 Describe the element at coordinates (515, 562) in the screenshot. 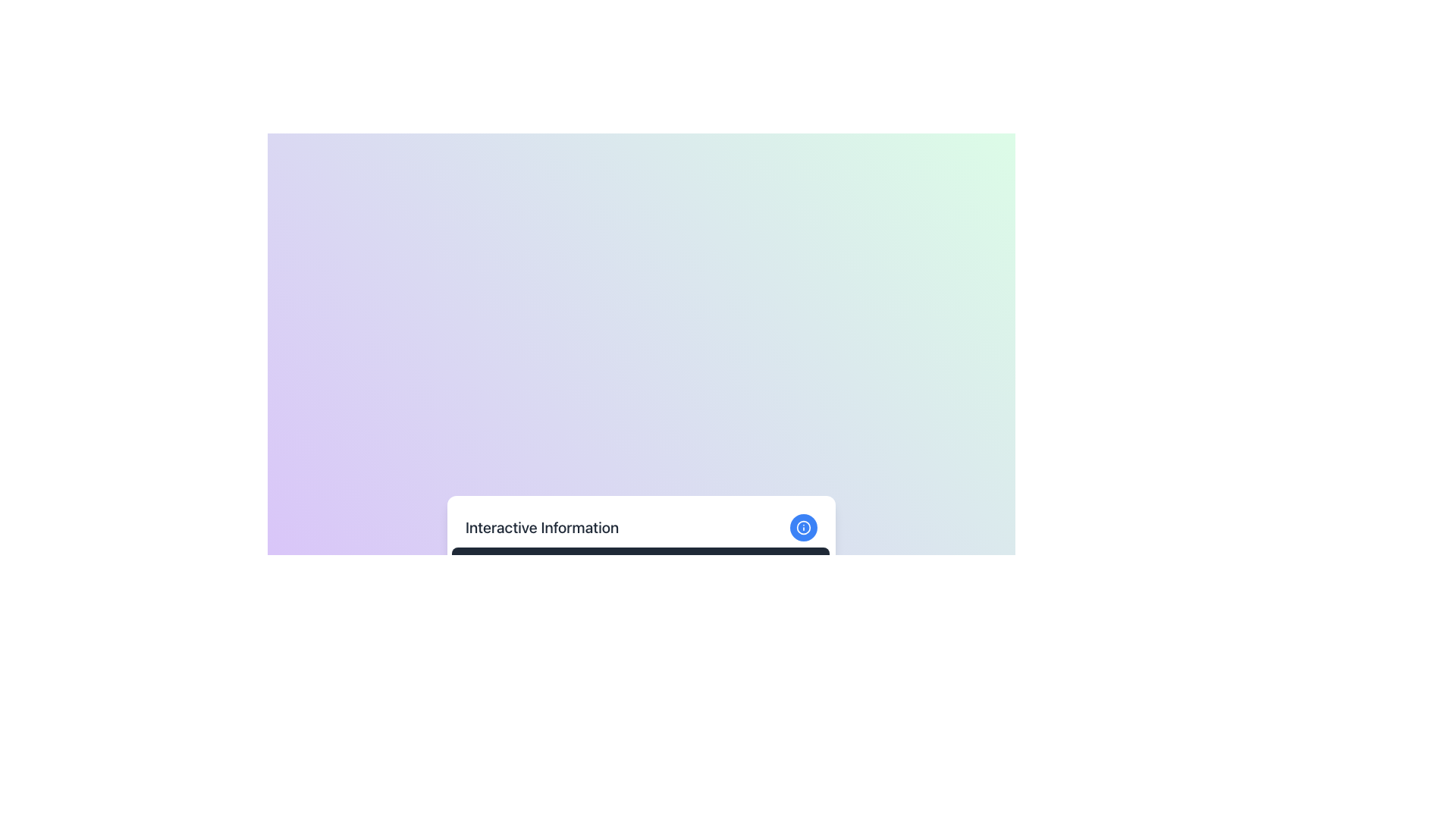

I see `the 'Expand Details' button located beneath the 'Interactive Information' text block` at that location.